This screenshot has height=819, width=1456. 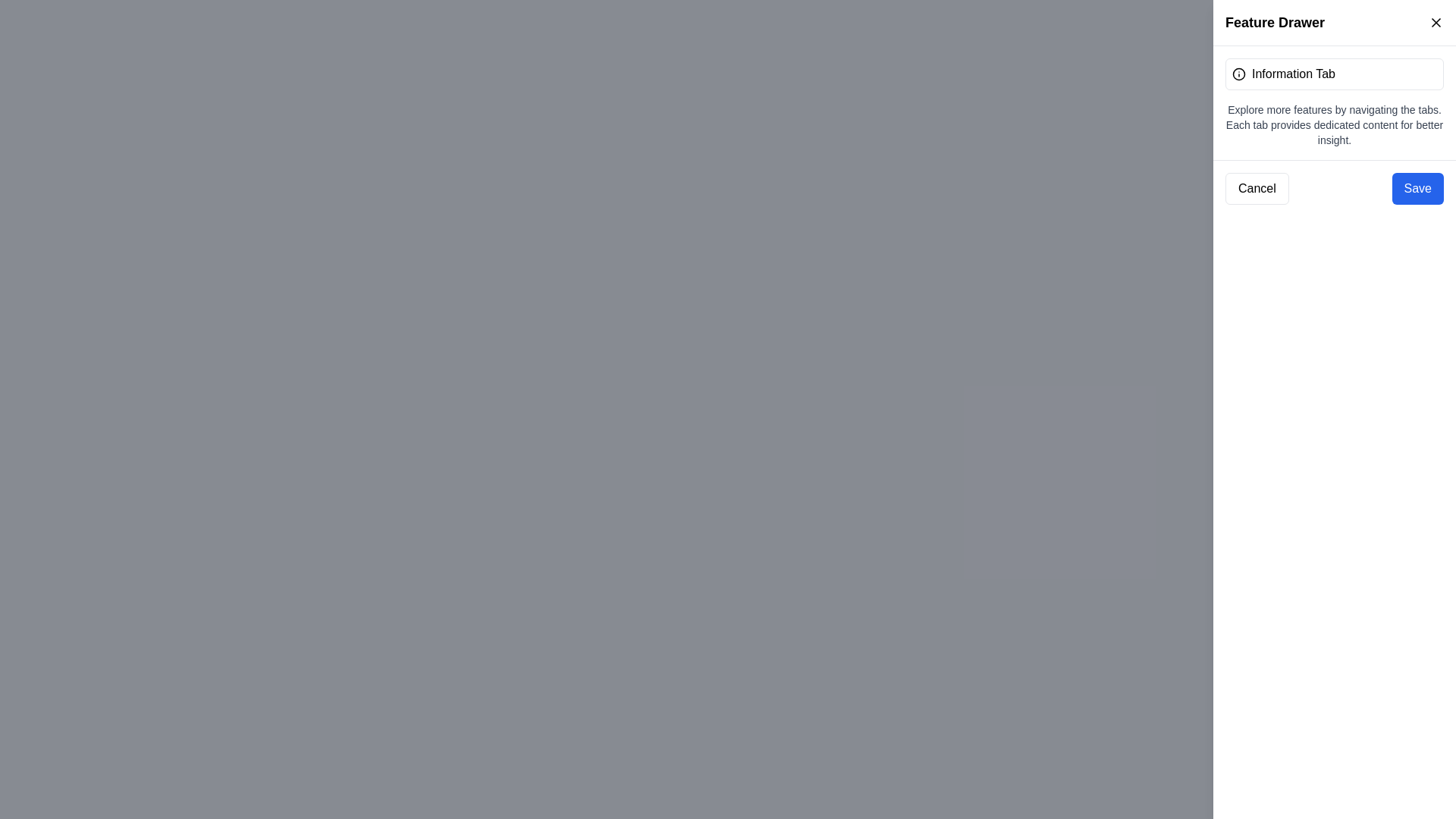 What do you see at coordinates (1436, 23) in the screenshot?
I see `the diagonal cross icon located in the top-right corner of the 'Feature Drawer' panel for keyboard navigation` at bounding box center [1436, 23].